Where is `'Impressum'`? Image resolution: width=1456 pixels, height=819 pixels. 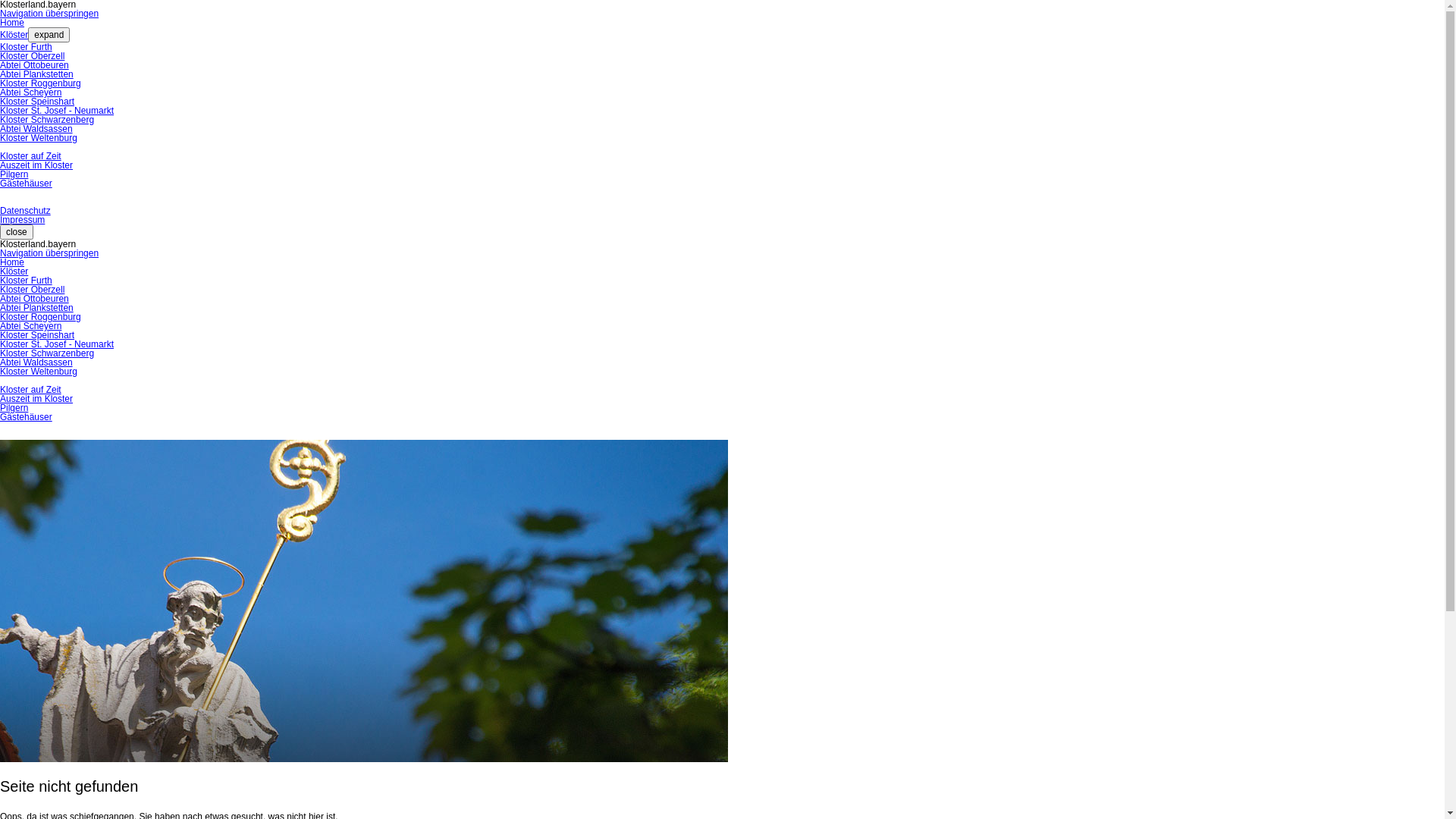 'Impressum' is located at coordinates (22, 219).